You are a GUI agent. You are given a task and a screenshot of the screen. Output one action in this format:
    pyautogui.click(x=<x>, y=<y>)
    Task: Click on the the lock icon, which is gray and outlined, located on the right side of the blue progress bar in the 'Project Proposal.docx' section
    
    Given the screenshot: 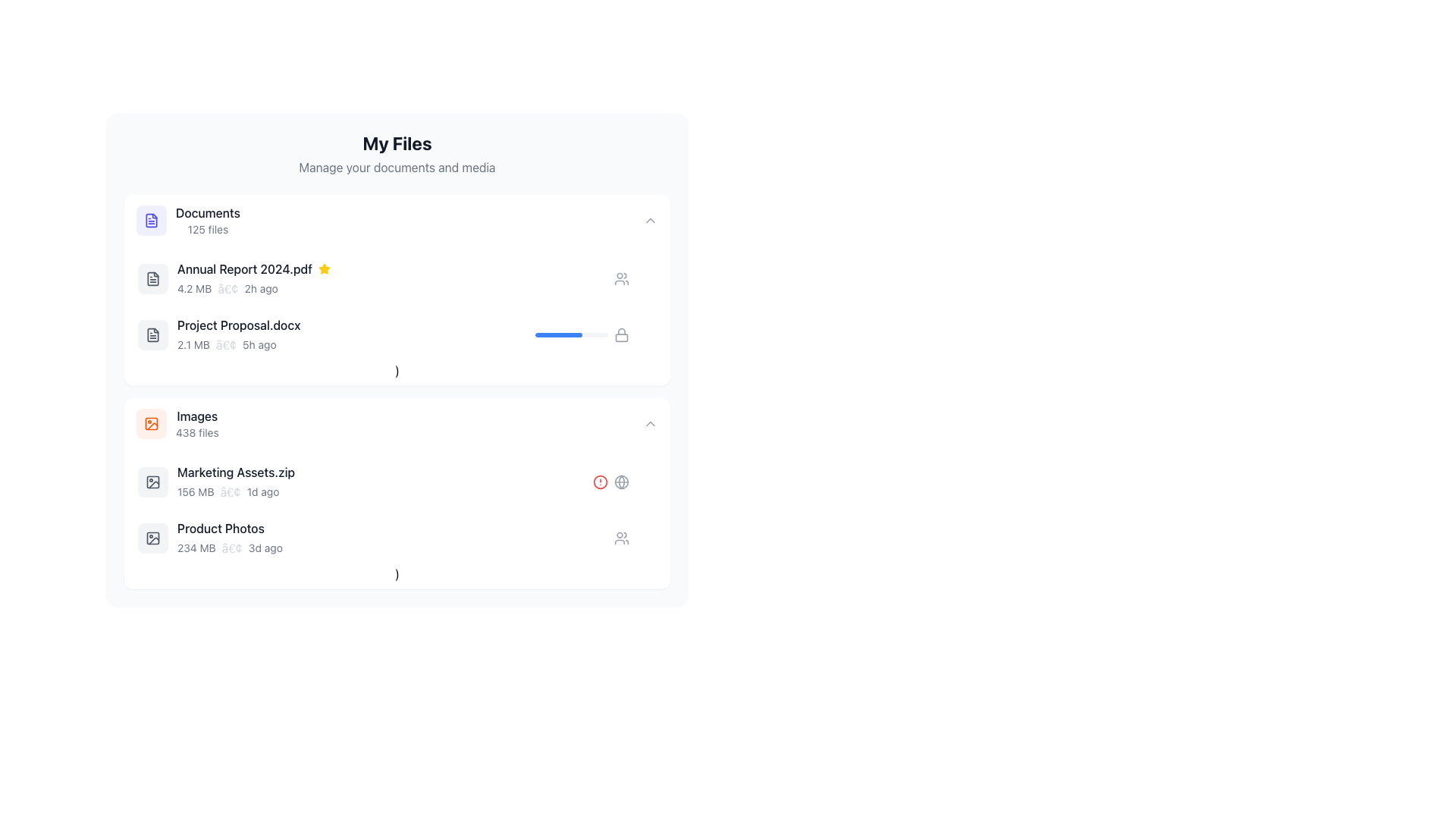 What is the action you would take?
    pyautogui.click(x=622, y=334)
    